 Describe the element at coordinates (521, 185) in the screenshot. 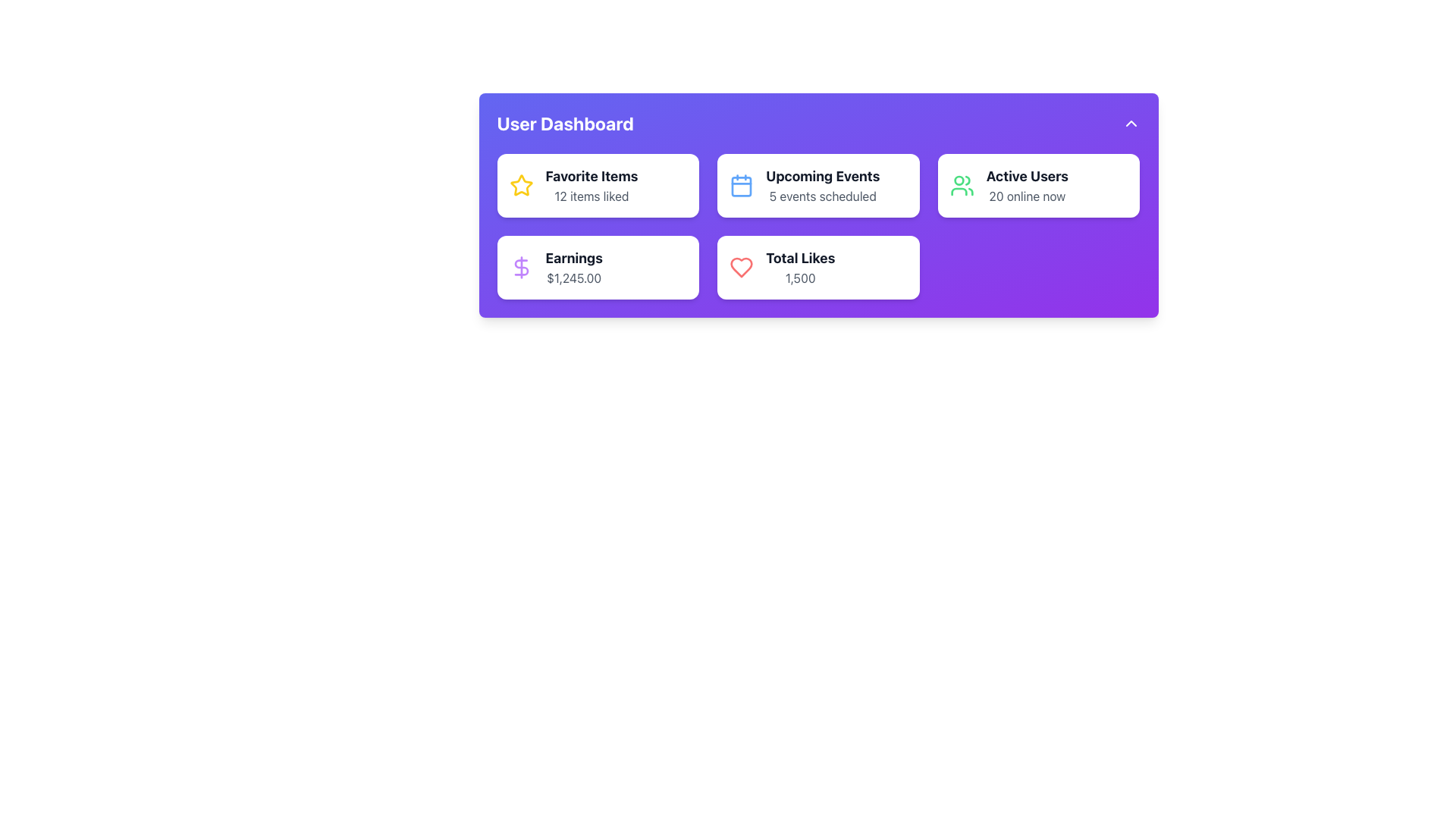

I see `the yellow star-shaped icon outlined in a card on the purple dashboard to interact with it` at that location.